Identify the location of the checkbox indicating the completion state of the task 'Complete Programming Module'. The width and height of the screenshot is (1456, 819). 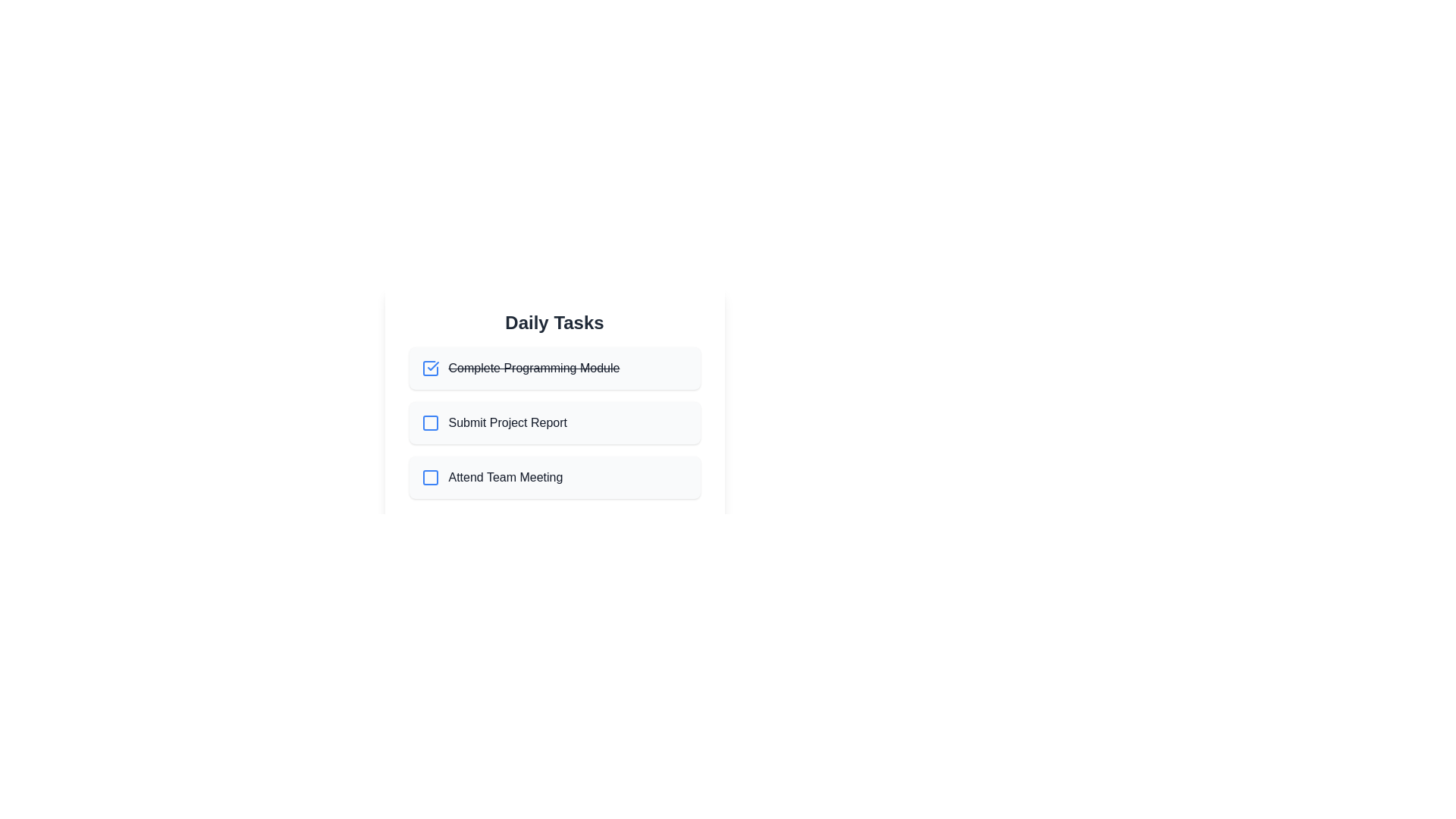
(429, 369).